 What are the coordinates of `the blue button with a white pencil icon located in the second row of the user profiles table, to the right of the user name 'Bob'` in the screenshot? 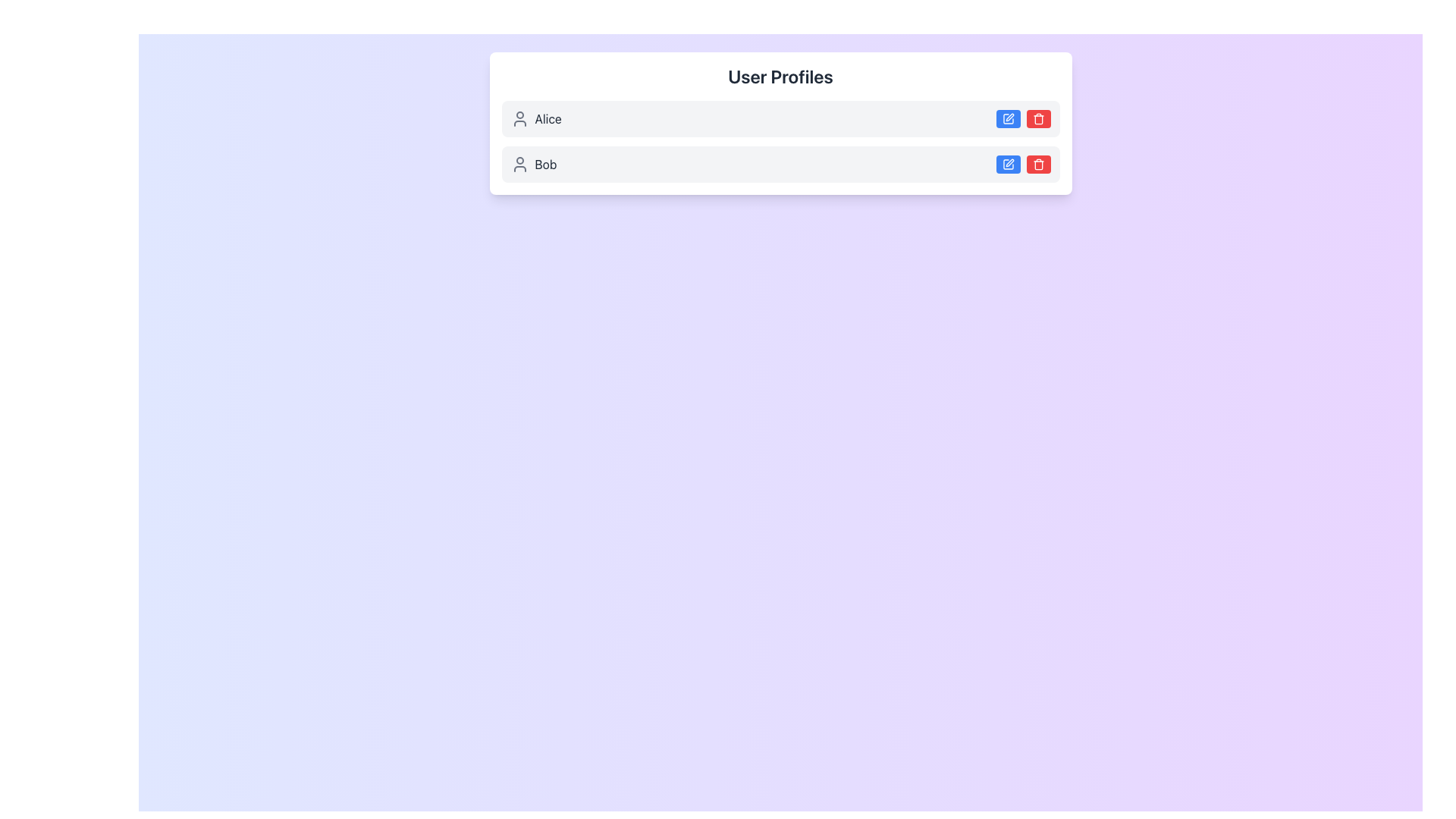 It's located at (1008, 164).